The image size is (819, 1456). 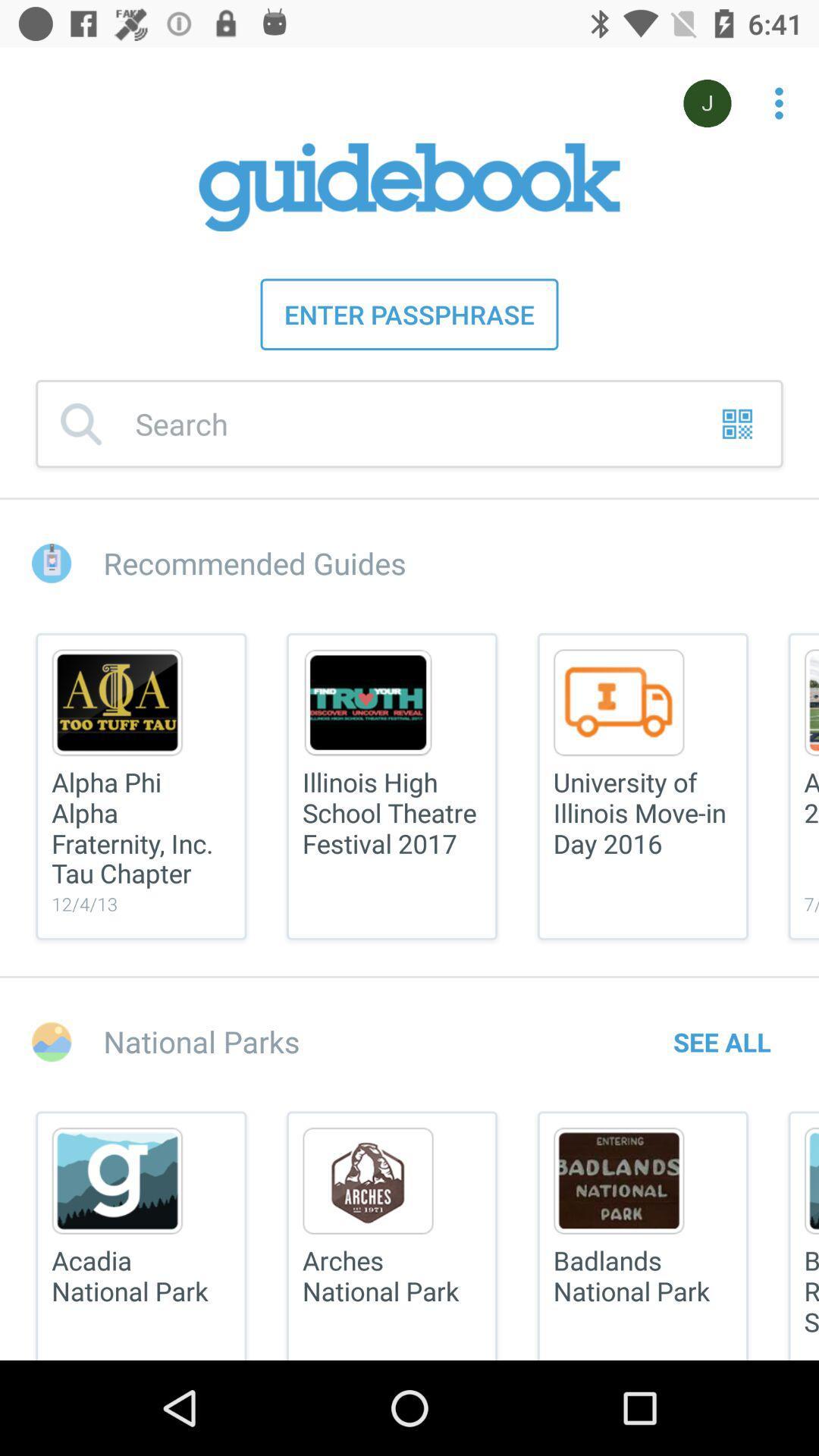 What do you see at coordinates (708, 102) in the screenshot?
I see `the microphone icon` at bounding box center [708, 102].